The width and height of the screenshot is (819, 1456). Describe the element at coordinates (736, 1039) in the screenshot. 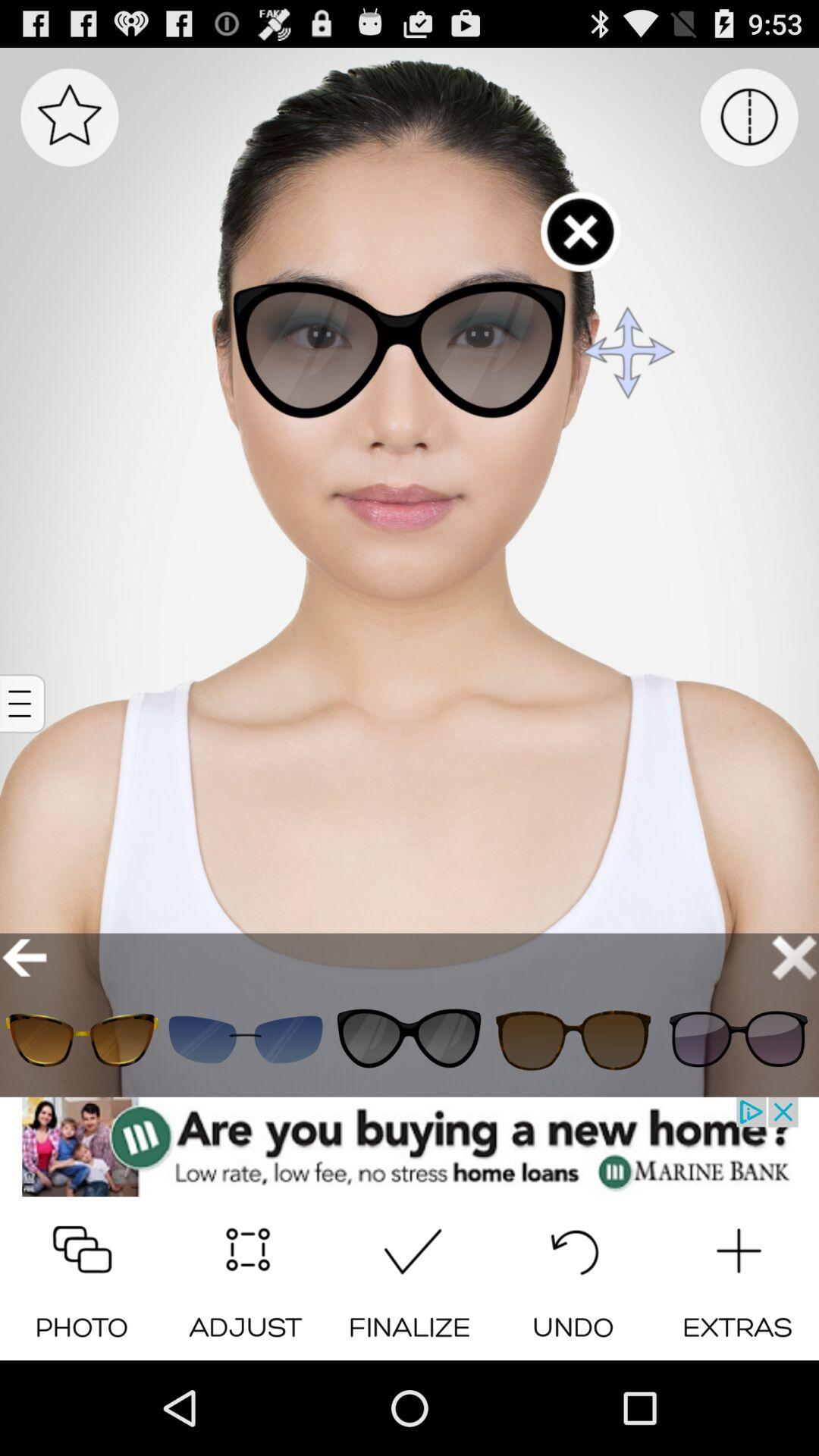

I see `glass edit` at that location.